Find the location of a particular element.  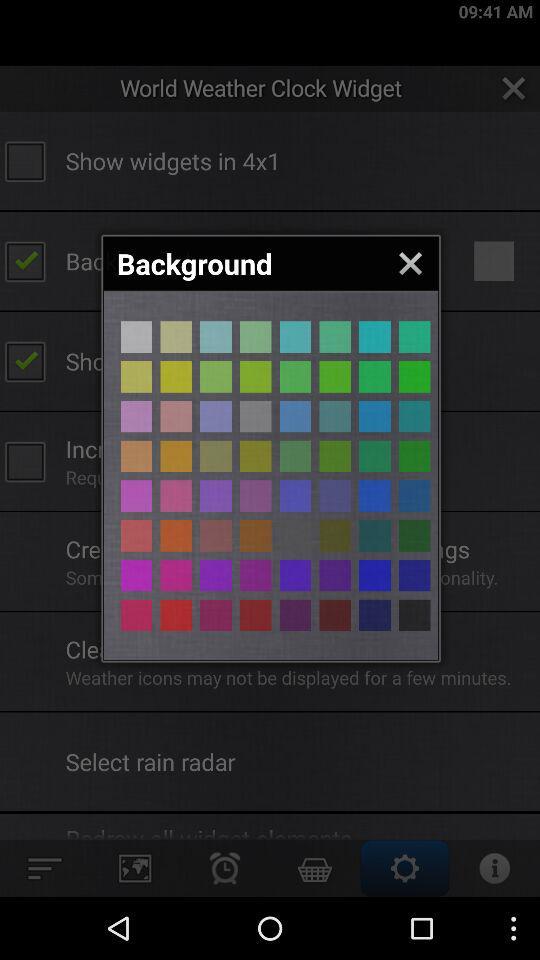

colour page is located at coordinates (374, 614).